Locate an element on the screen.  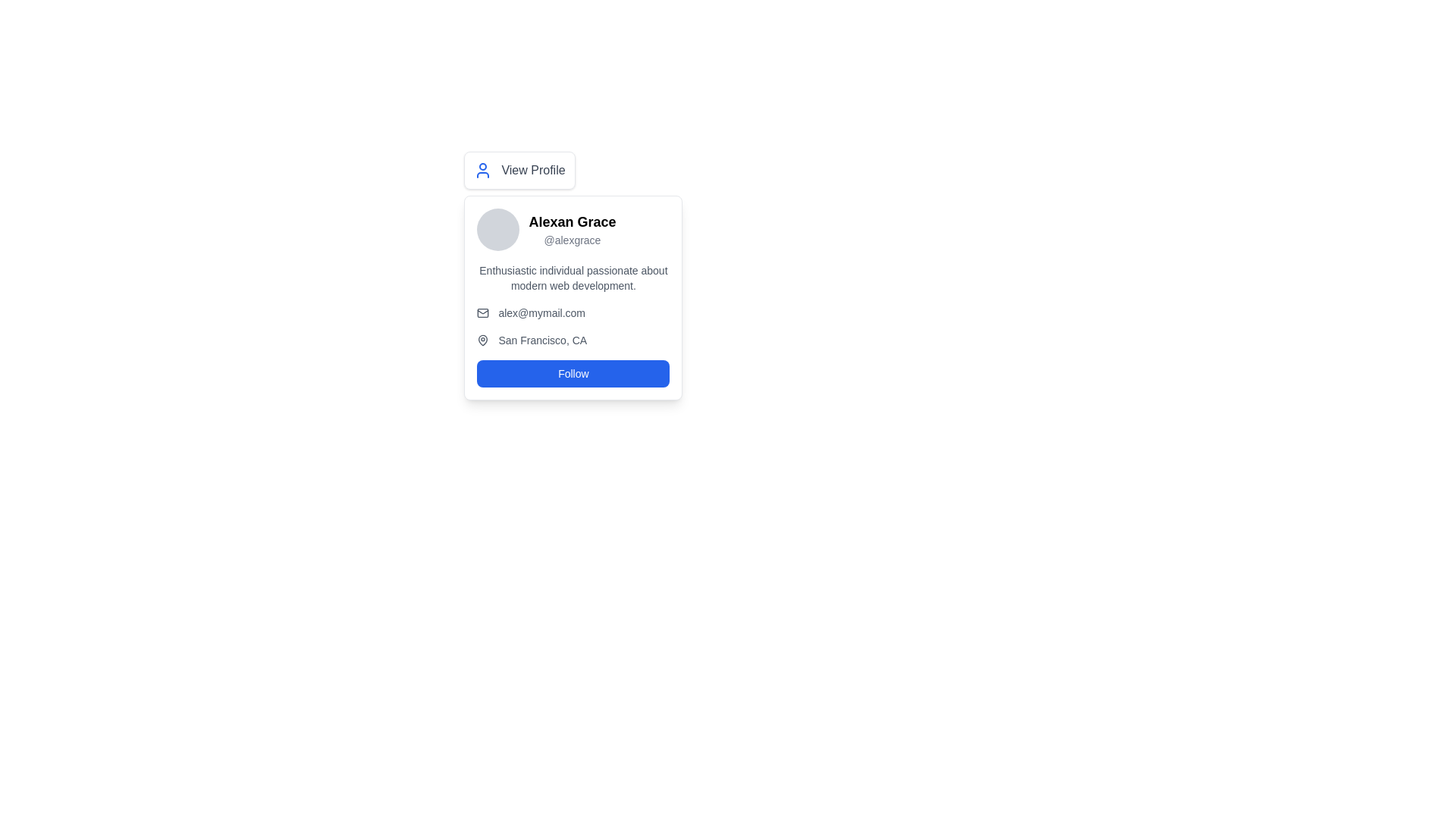
information provided within the static text block located in the middle section of the profile card, below the user's name and username is located at coordinates (573, 278).